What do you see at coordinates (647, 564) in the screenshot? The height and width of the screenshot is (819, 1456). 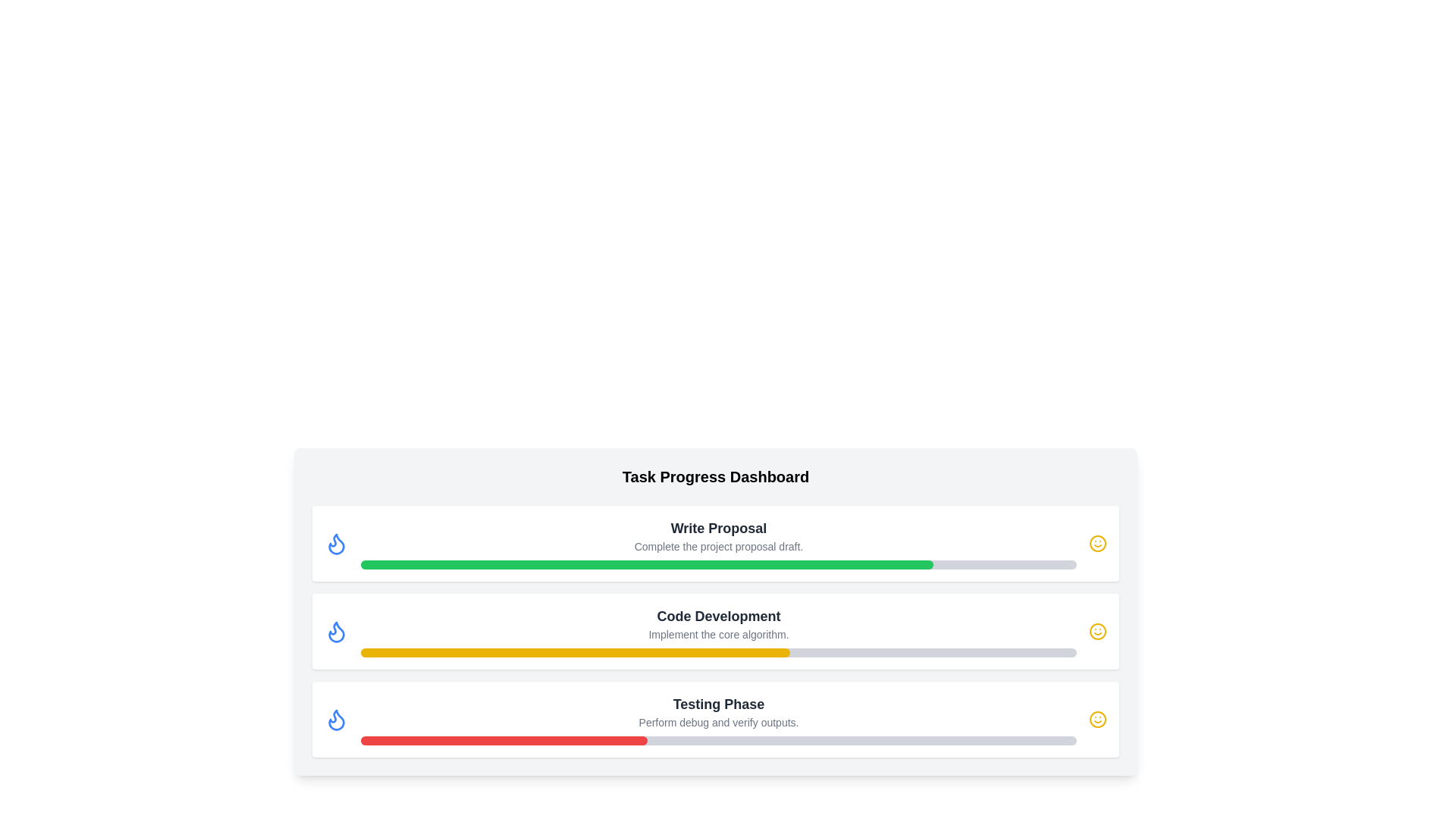 I see `the first progress bar in the 'Task Progress Dashboard' that represents the progress of the 'Write Proposal' activity` at bounding box center [647, 564].